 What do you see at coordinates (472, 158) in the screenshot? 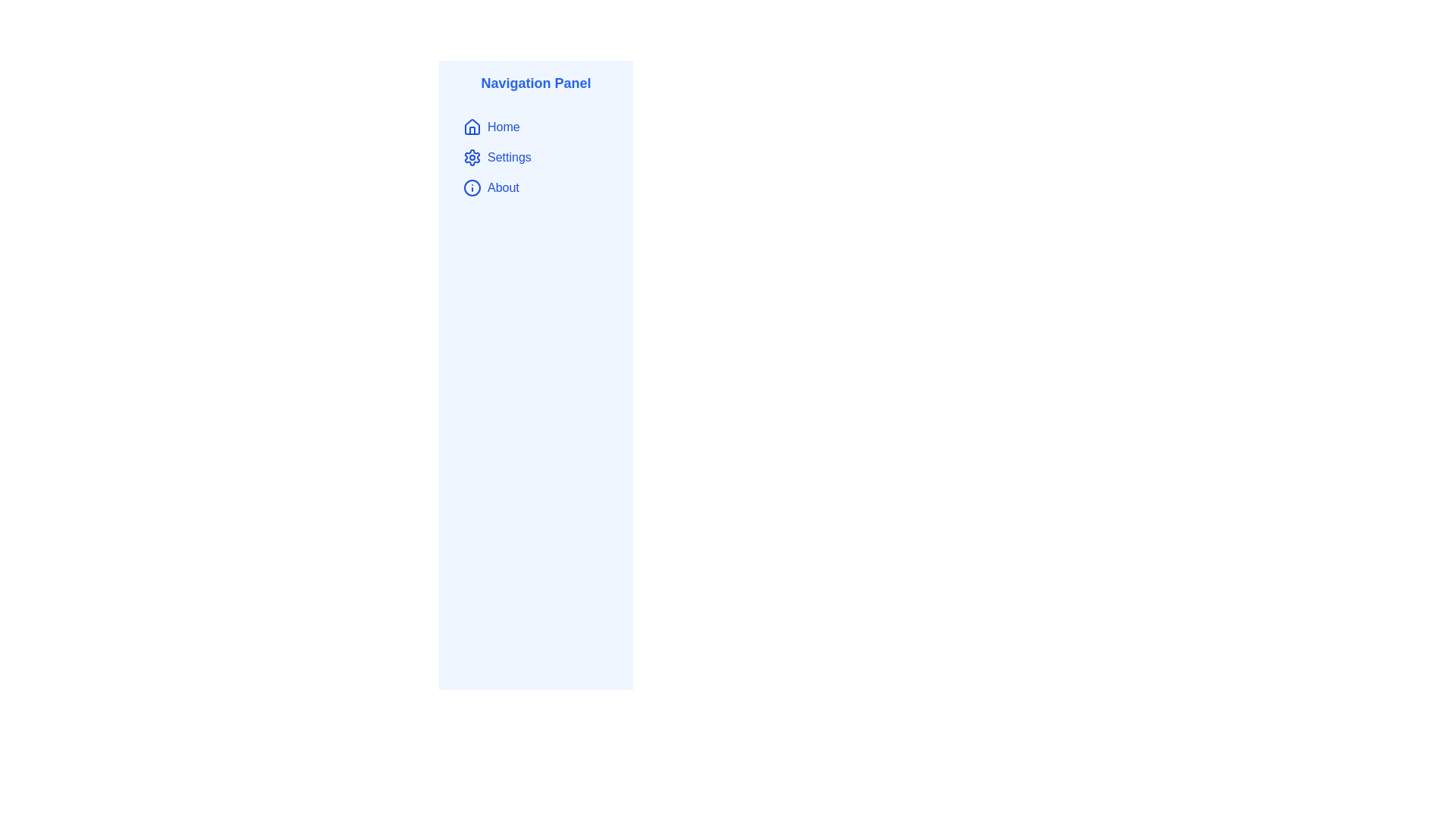
I see `the settings icon located in the navigation panel` at bounding box center [472, 158].